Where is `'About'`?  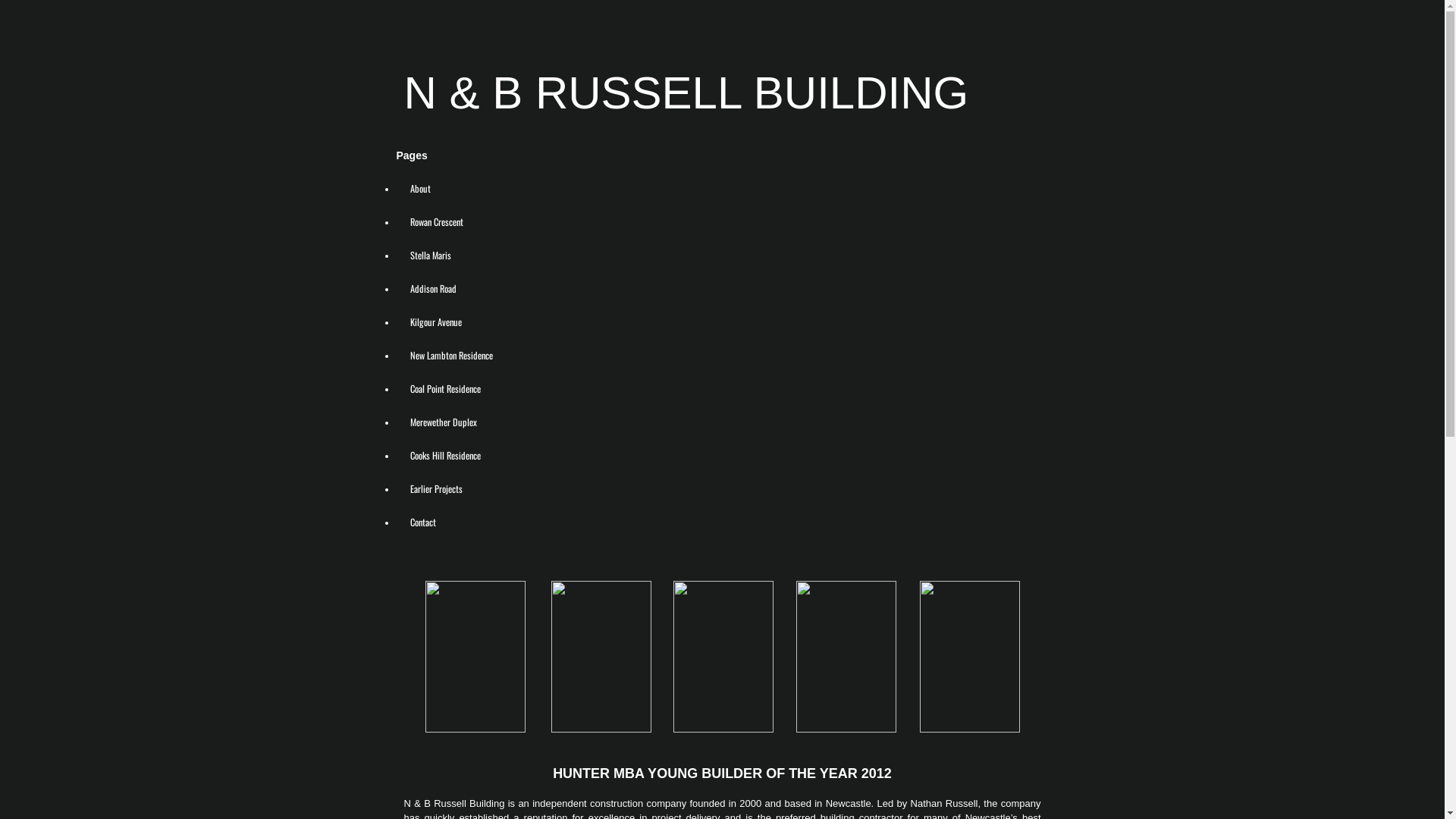 'About' is located at coordinates (396, 187).